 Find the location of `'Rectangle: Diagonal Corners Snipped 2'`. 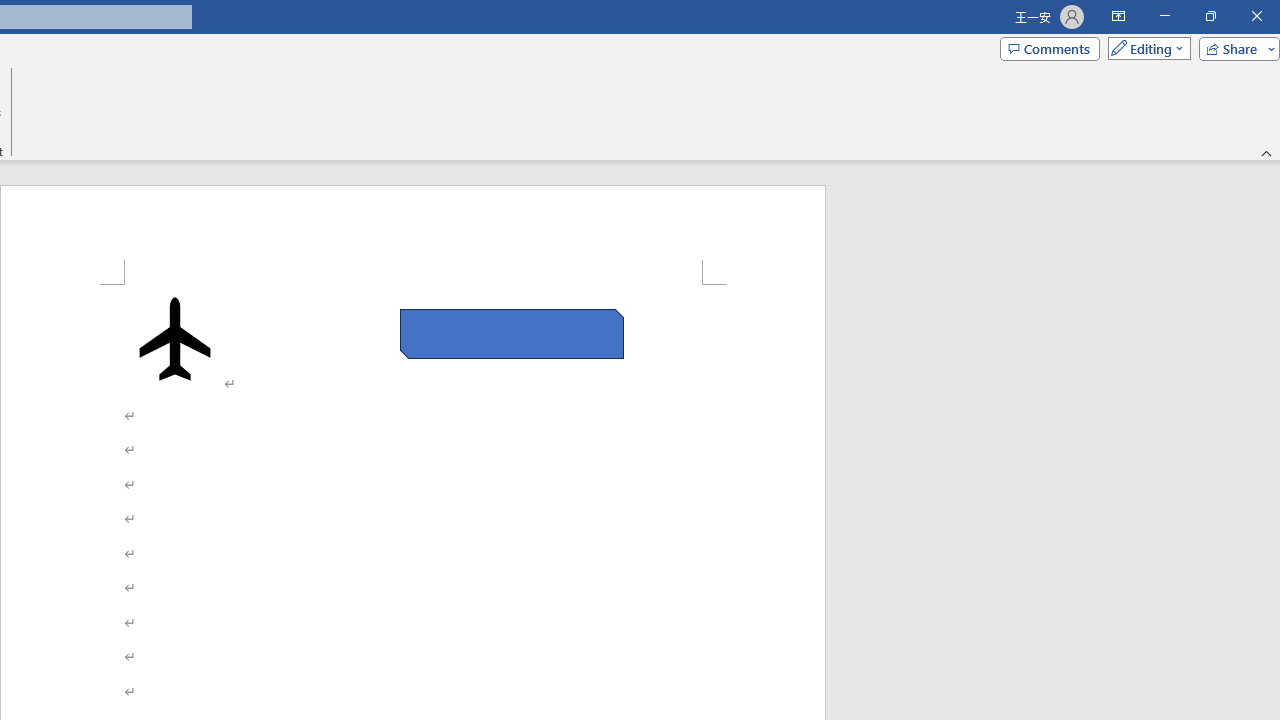

'Rectangle: Diagonal Corners Snipped 2' is located at coordinates (512, 333).